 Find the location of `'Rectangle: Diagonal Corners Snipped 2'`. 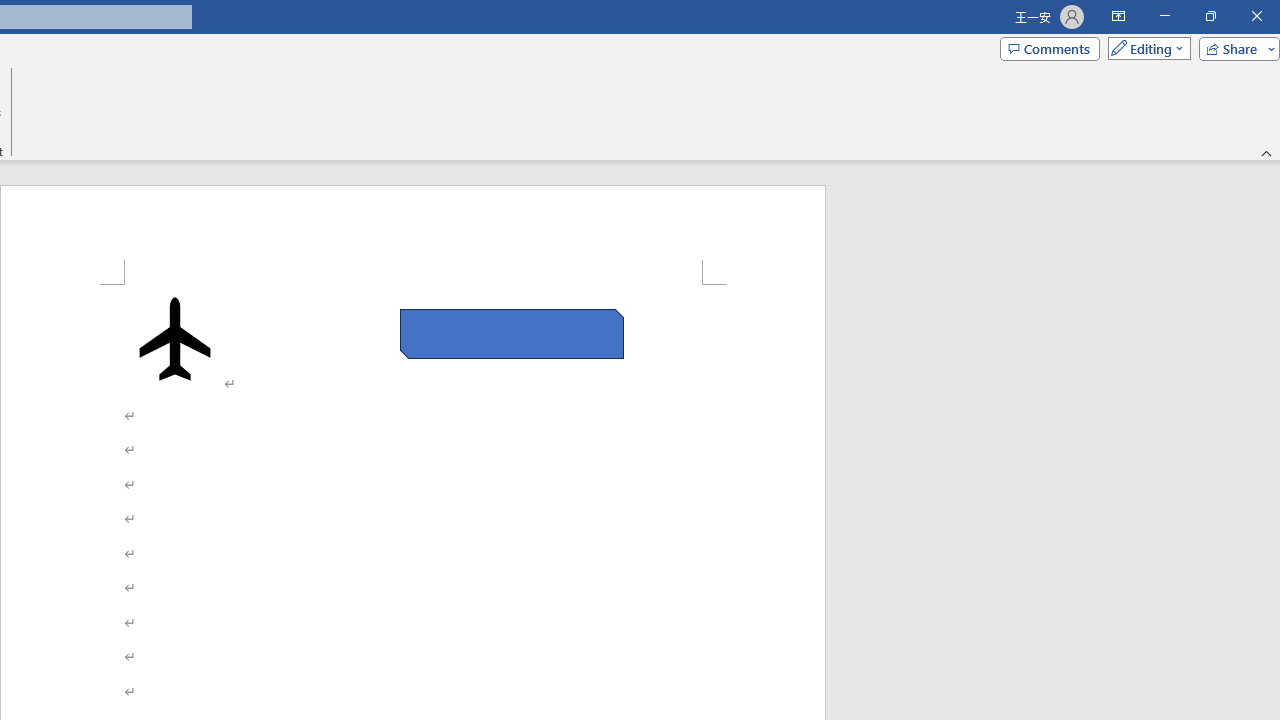

'Rectangle: Diagonal Corners Snipped 2' is located at coordinates (512, 333).